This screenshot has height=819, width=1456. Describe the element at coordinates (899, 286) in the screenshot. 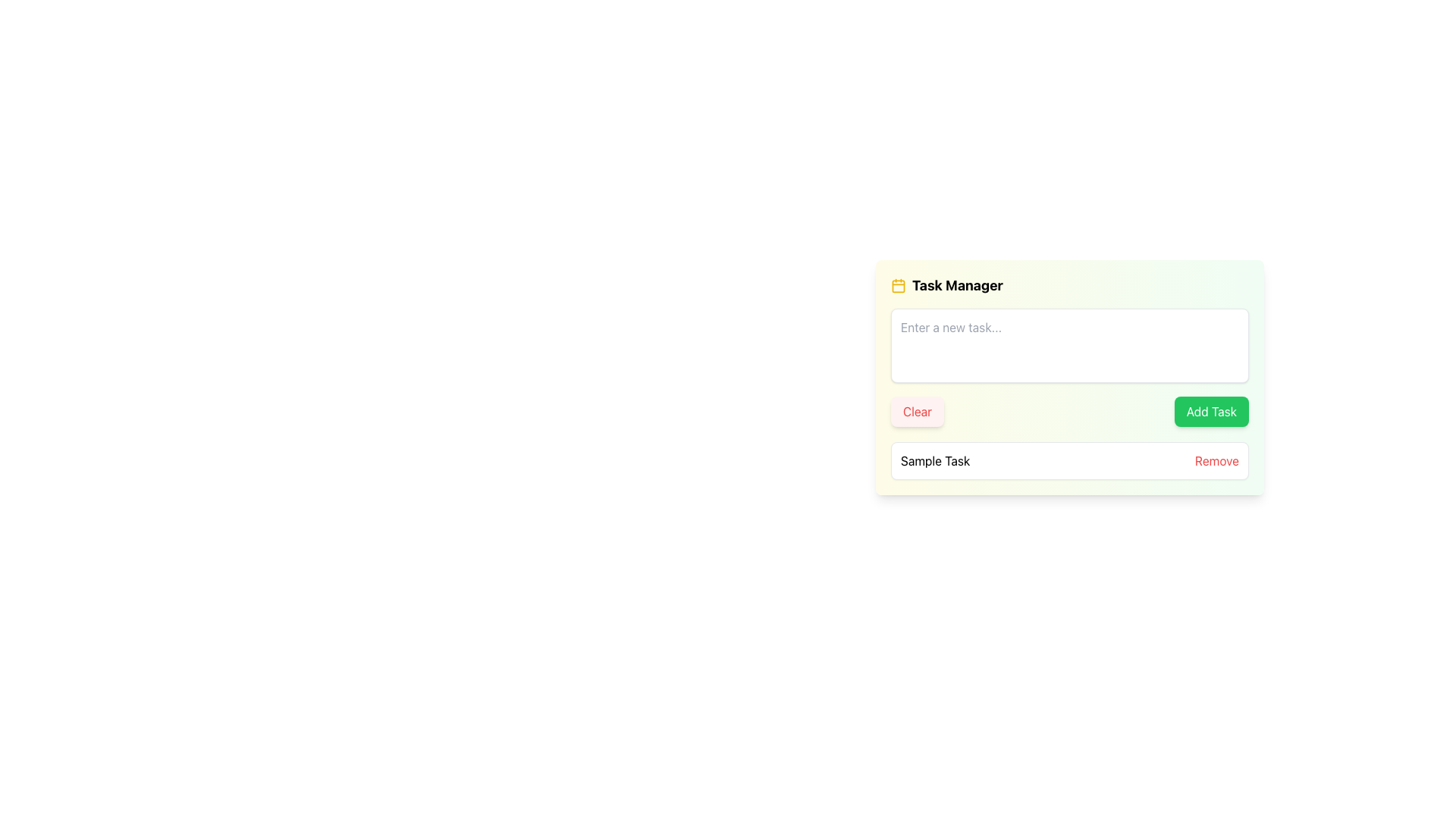

I see `the small rectangular shape with rounded corners inside the yellow calendar icon located to the left of the 'Task Manager' label` at that location.